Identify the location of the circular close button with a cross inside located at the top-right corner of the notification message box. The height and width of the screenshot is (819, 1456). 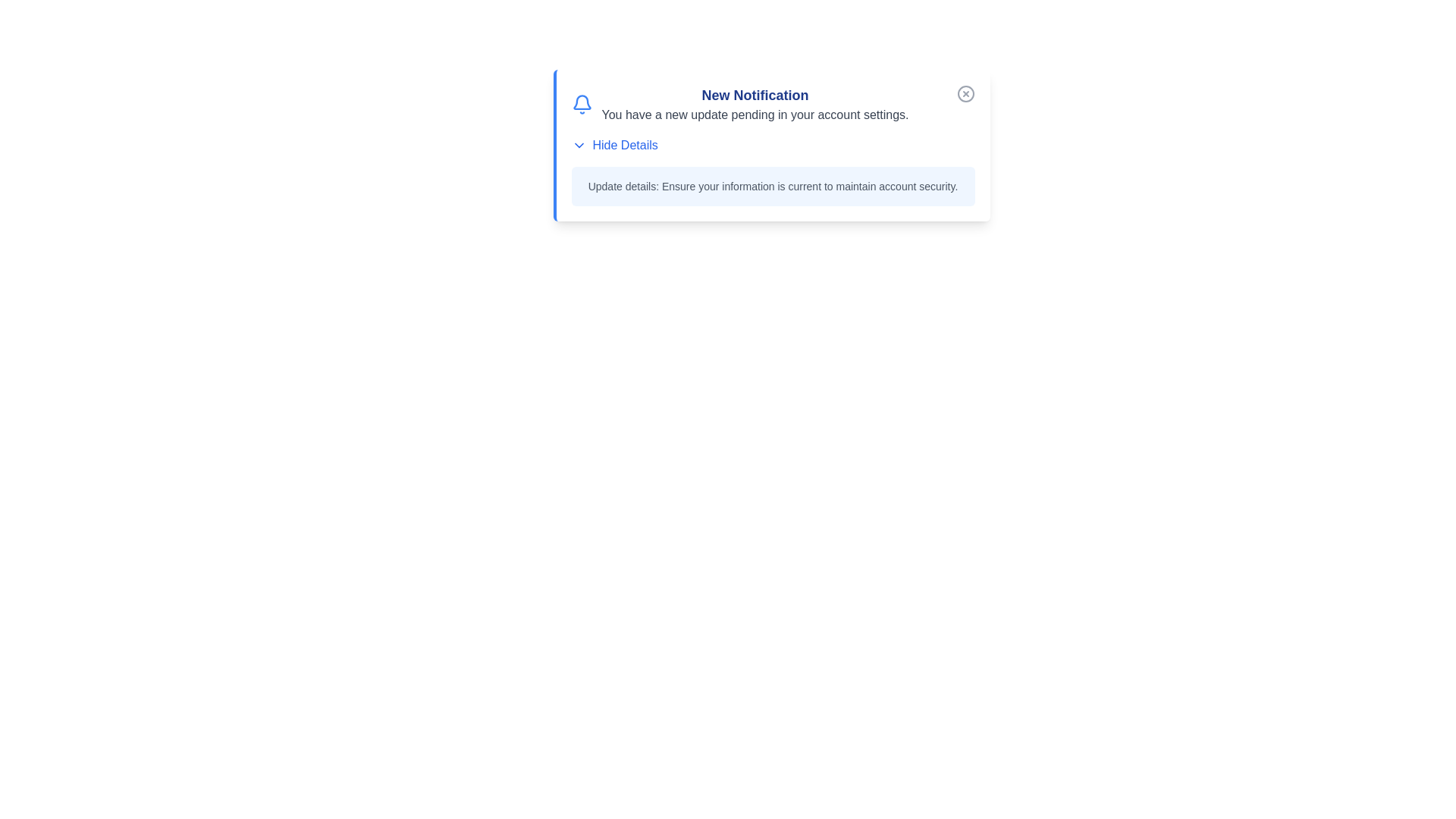
(965, 93).